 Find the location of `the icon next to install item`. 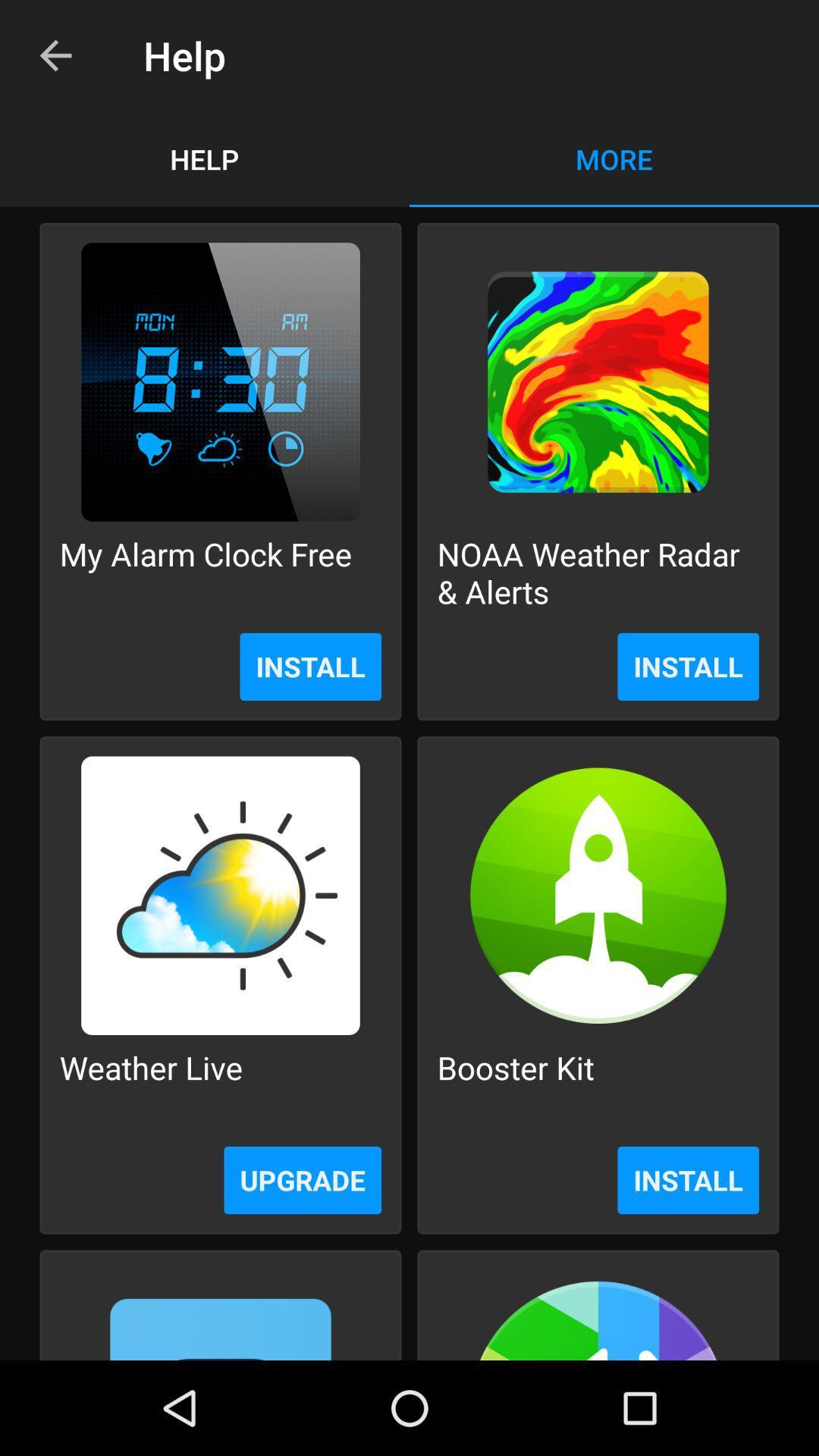

the icon next to install item is located at coordinates (303, 1179).